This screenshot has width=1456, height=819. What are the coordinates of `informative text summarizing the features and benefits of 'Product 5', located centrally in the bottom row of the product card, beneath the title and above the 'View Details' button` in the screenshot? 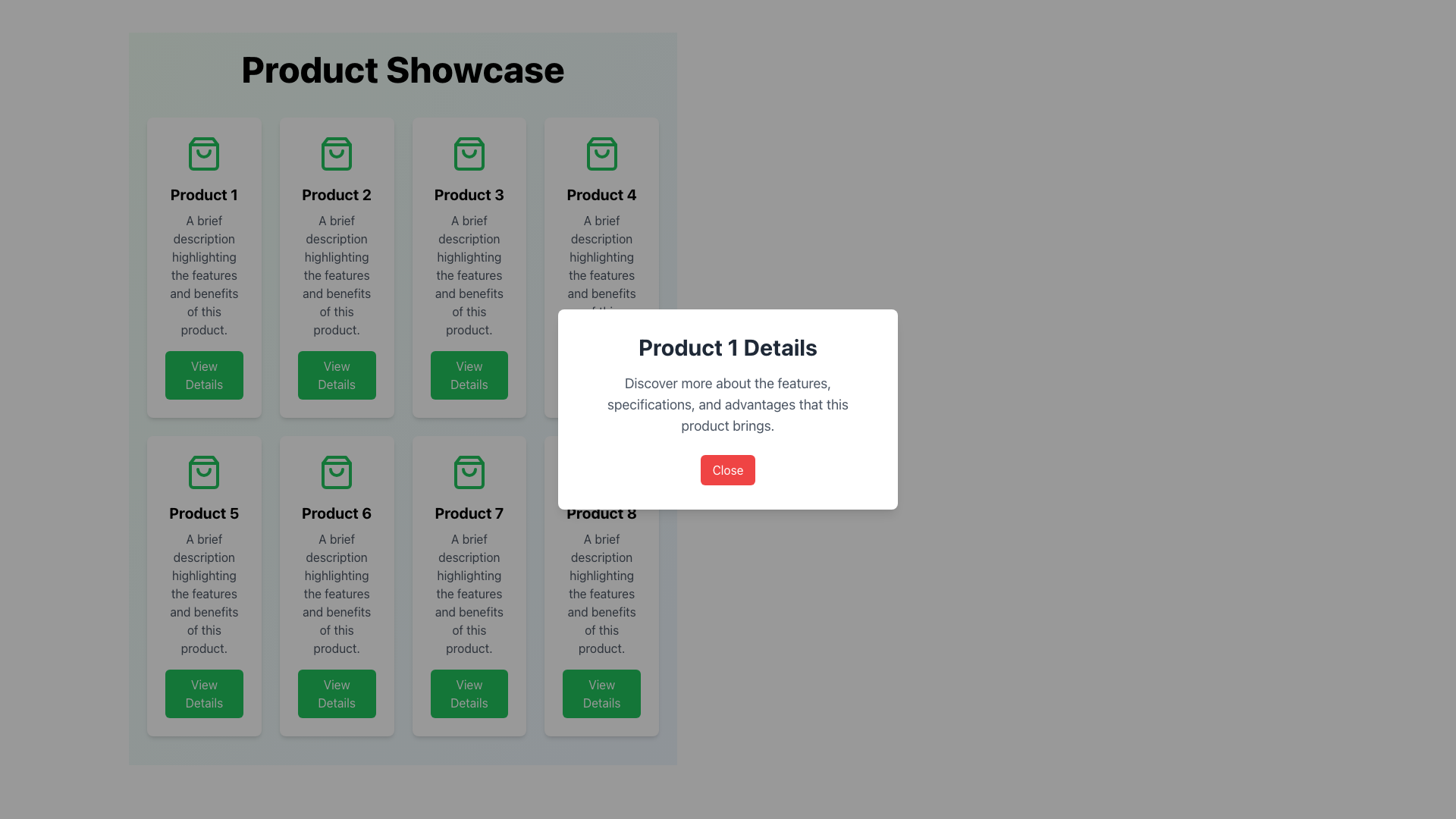 It's located at (203, 593).